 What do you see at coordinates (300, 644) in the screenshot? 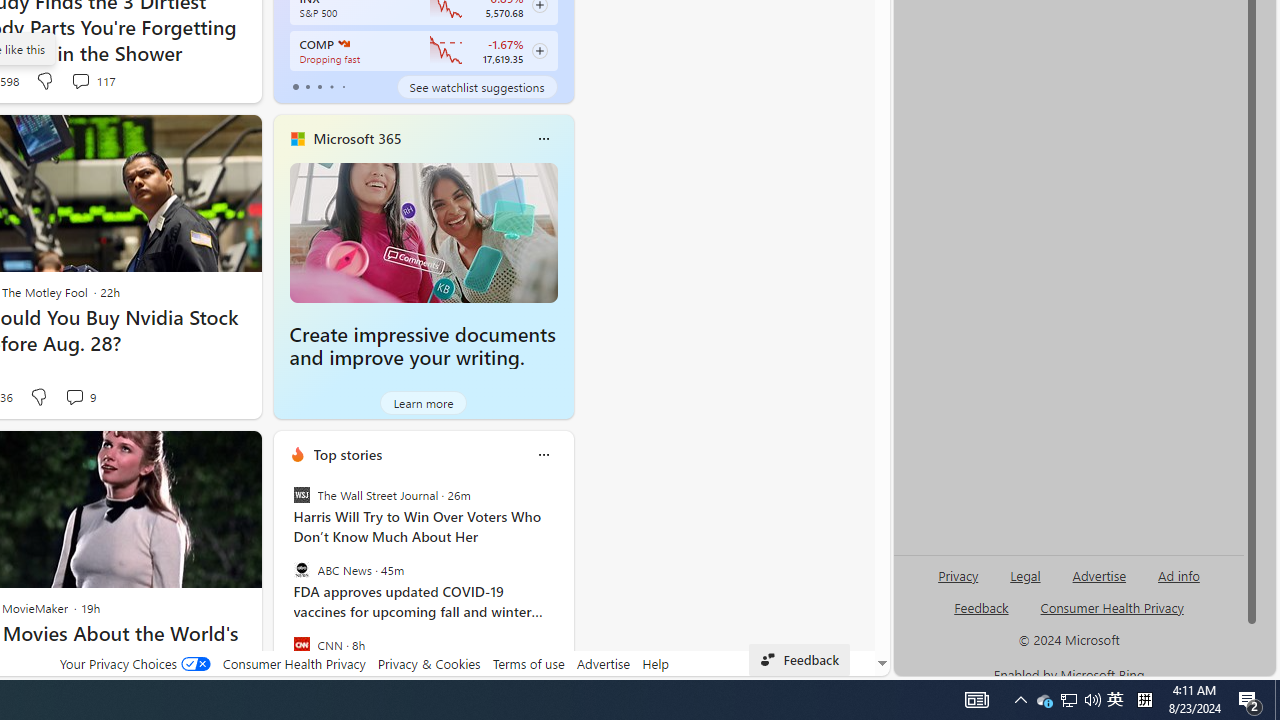
I see `'CNN'` at bounding box center [300, 644].